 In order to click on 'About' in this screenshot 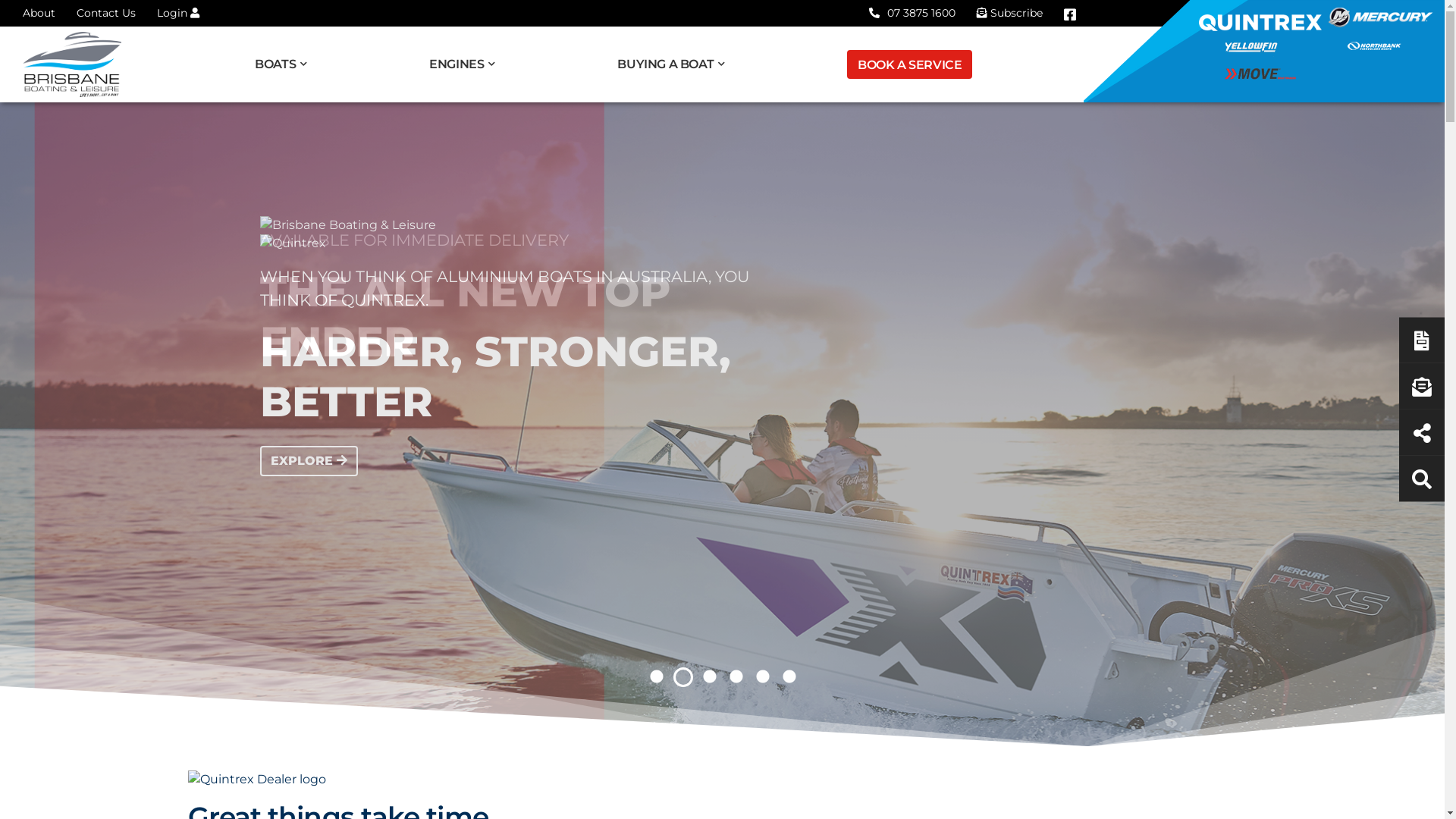, I will do `click(22, 12)`.